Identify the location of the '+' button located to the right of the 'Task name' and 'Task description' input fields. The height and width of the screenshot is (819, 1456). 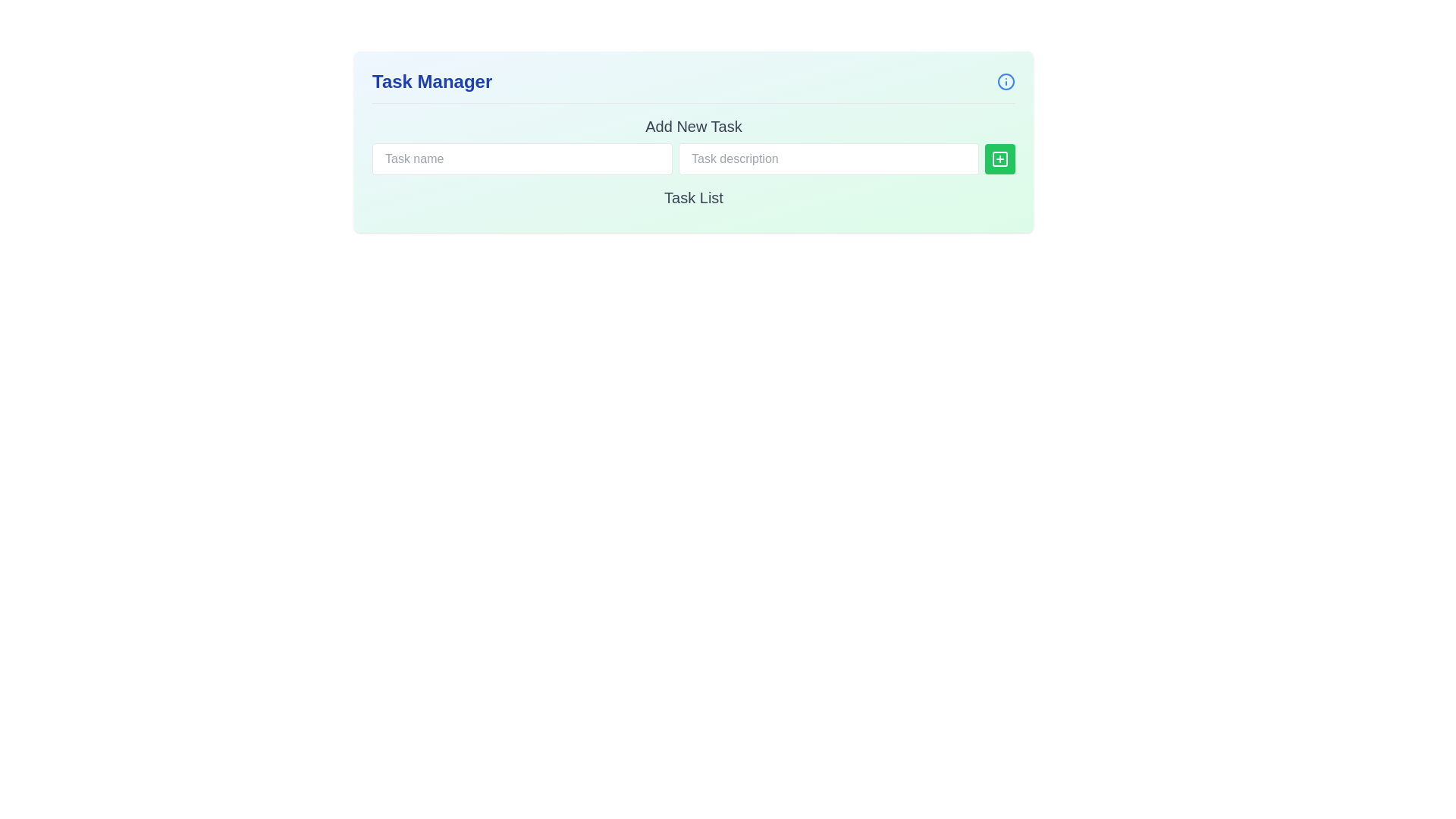
(1000, 158).